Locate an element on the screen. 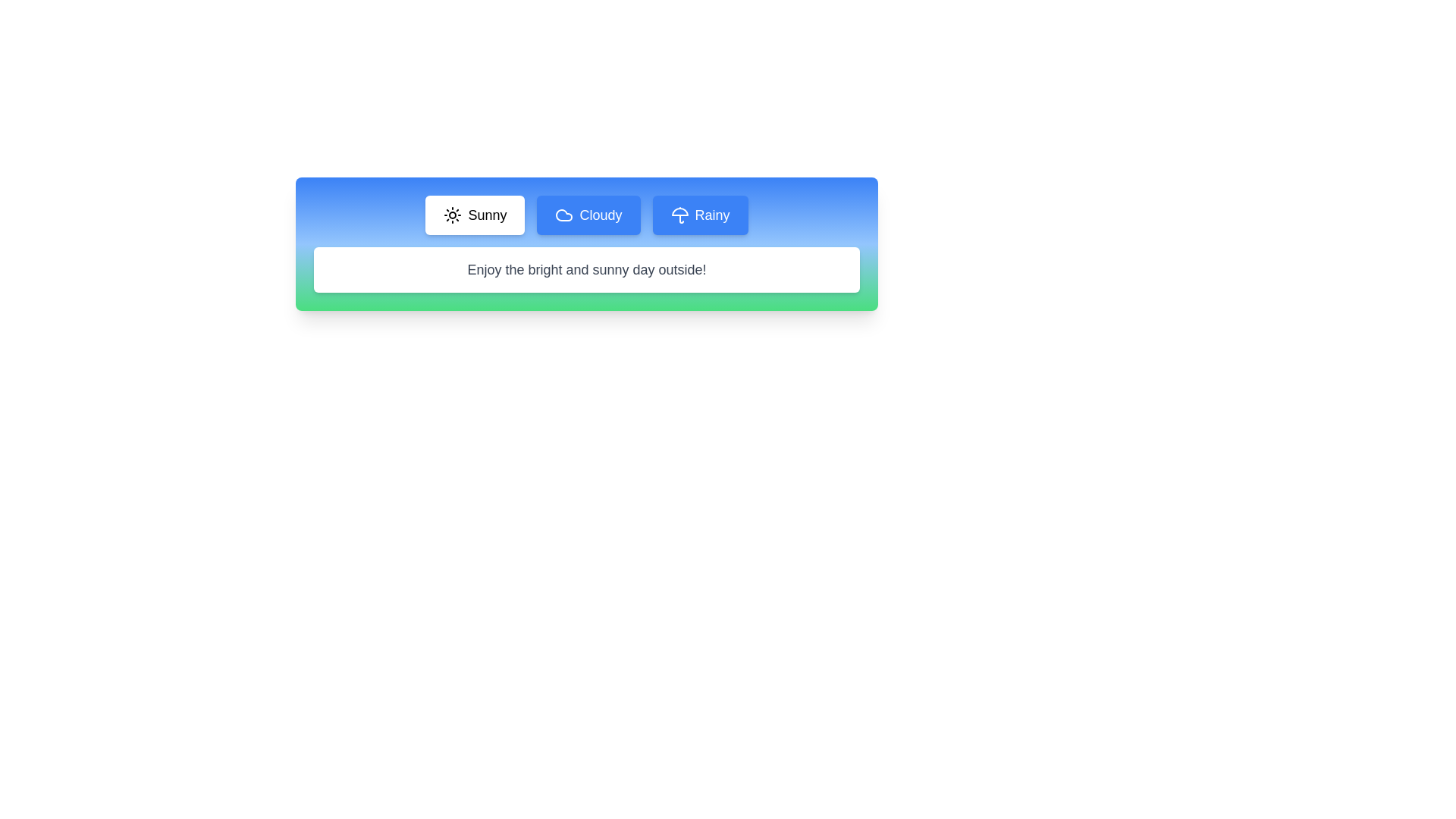 The image size is (1456, 819). the Rainy tab to see its hover effect is located at coordinates (699, 215).